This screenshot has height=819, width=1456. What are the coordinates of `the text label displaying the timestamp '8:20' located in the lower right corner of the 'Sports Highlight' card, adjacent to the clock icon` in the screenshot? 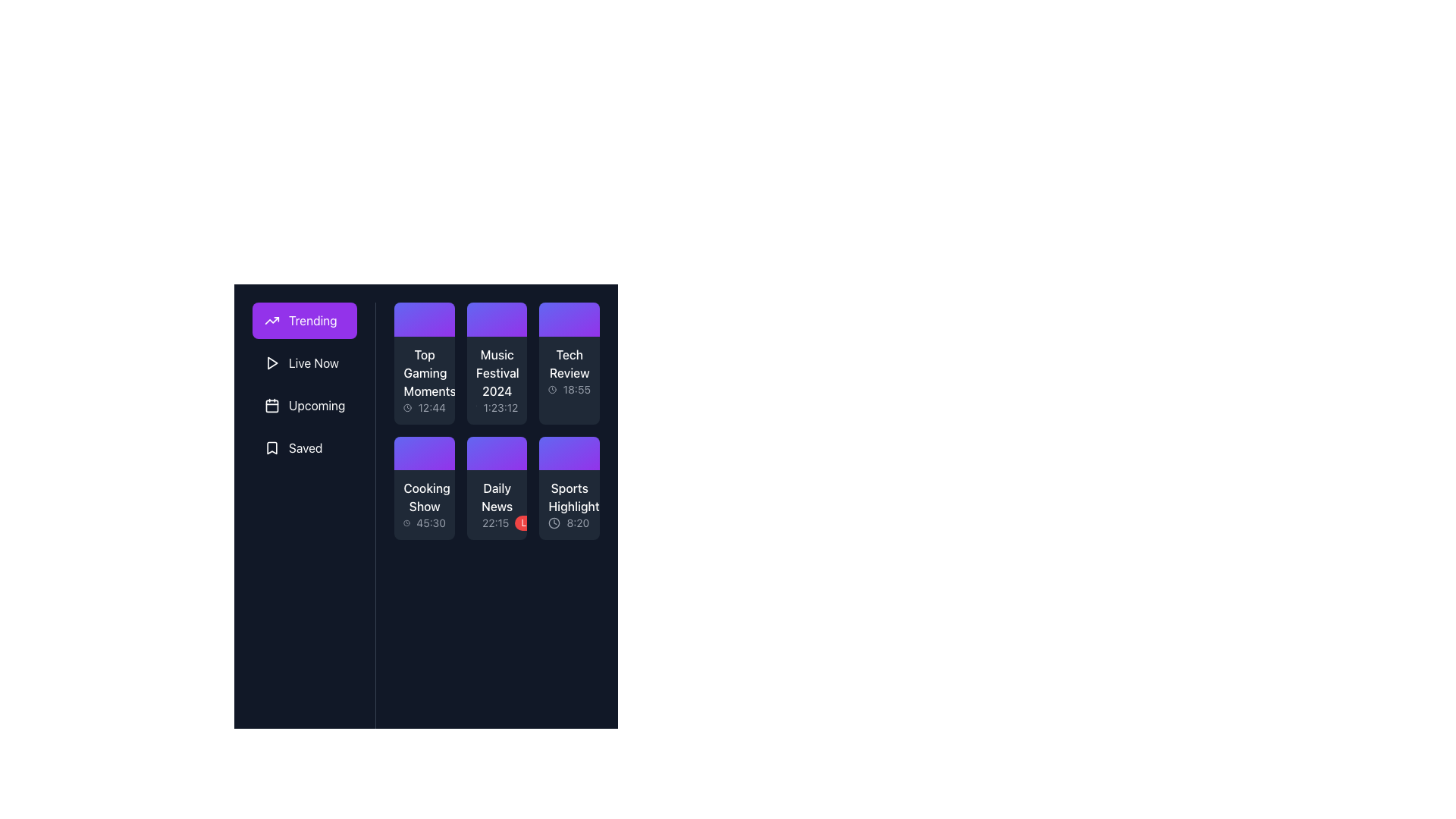 It's located at (569, 522).